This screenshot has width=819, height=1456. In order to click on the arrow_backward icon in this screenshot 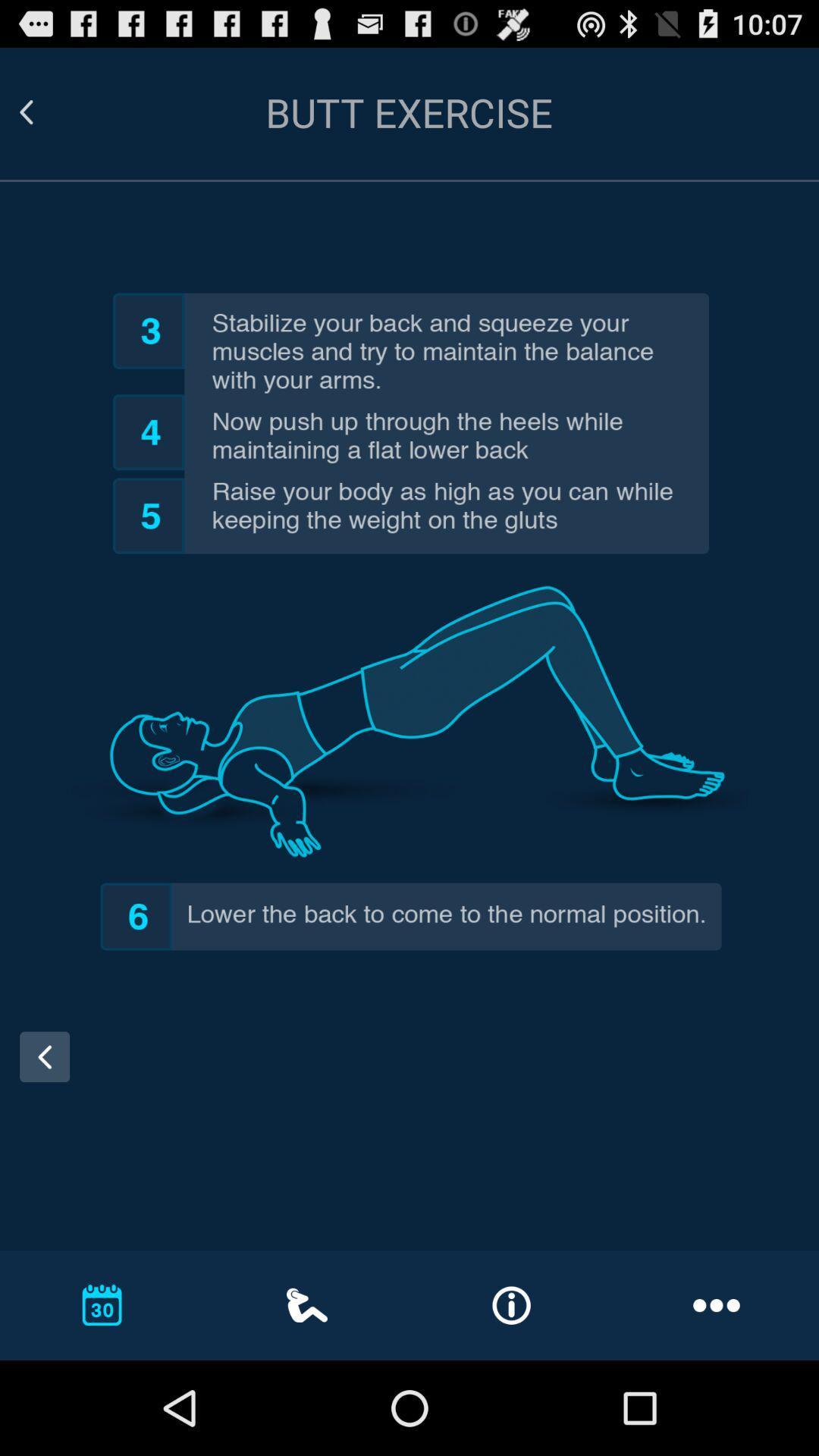, I will do `click(44, 1131)`.